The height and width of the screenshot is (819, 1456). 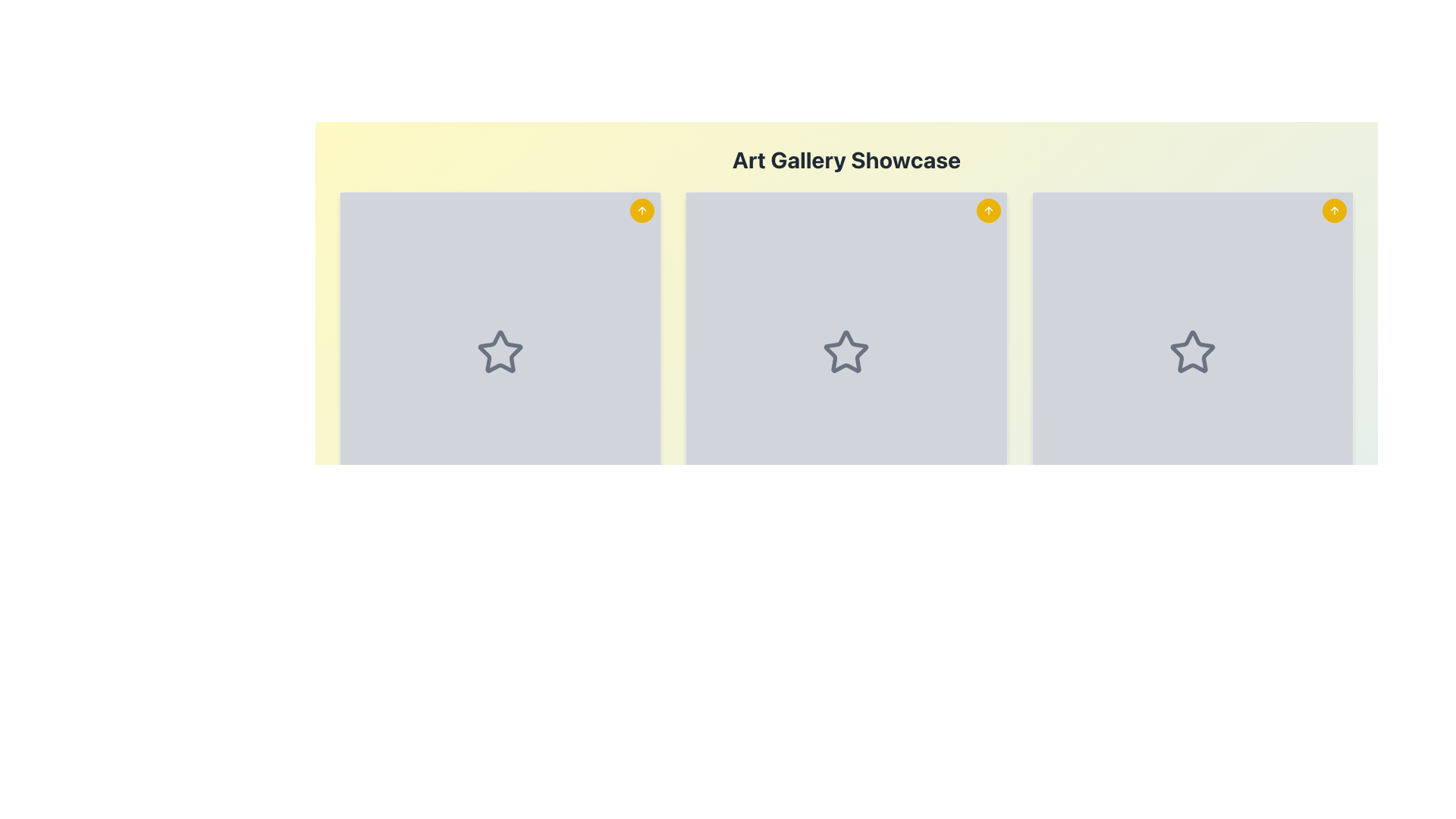 What do you see at coordinates (1191, 353) in the screenshot?
I see `the star icon with a dark gray color, which is the third star icon in a row of three similar icons, each set within a square gray background` at bounding box center [1191, 353].